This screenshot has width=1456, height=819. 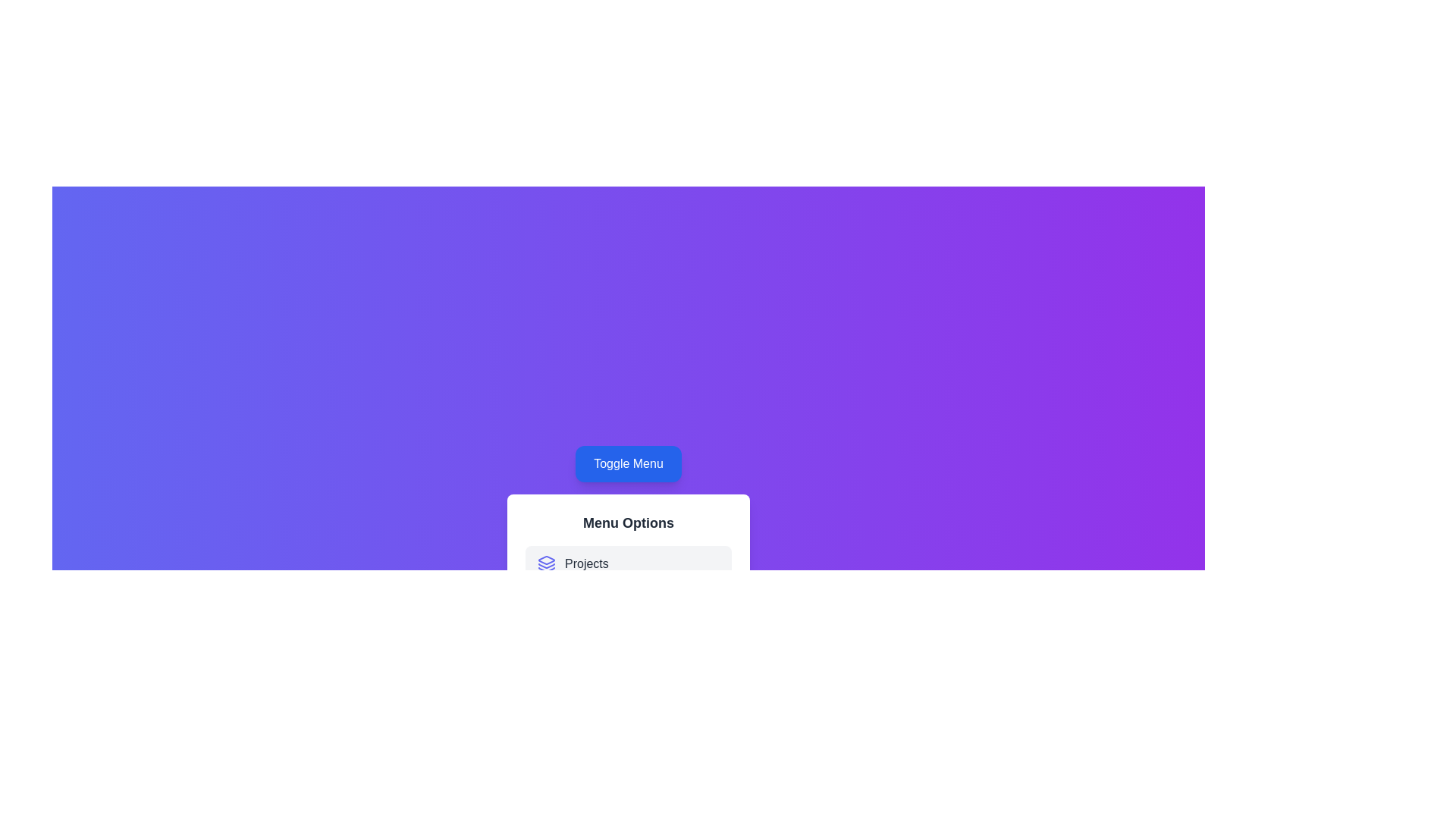 I want to click on the menu item labeled Projects, so click(x=629, y=564).